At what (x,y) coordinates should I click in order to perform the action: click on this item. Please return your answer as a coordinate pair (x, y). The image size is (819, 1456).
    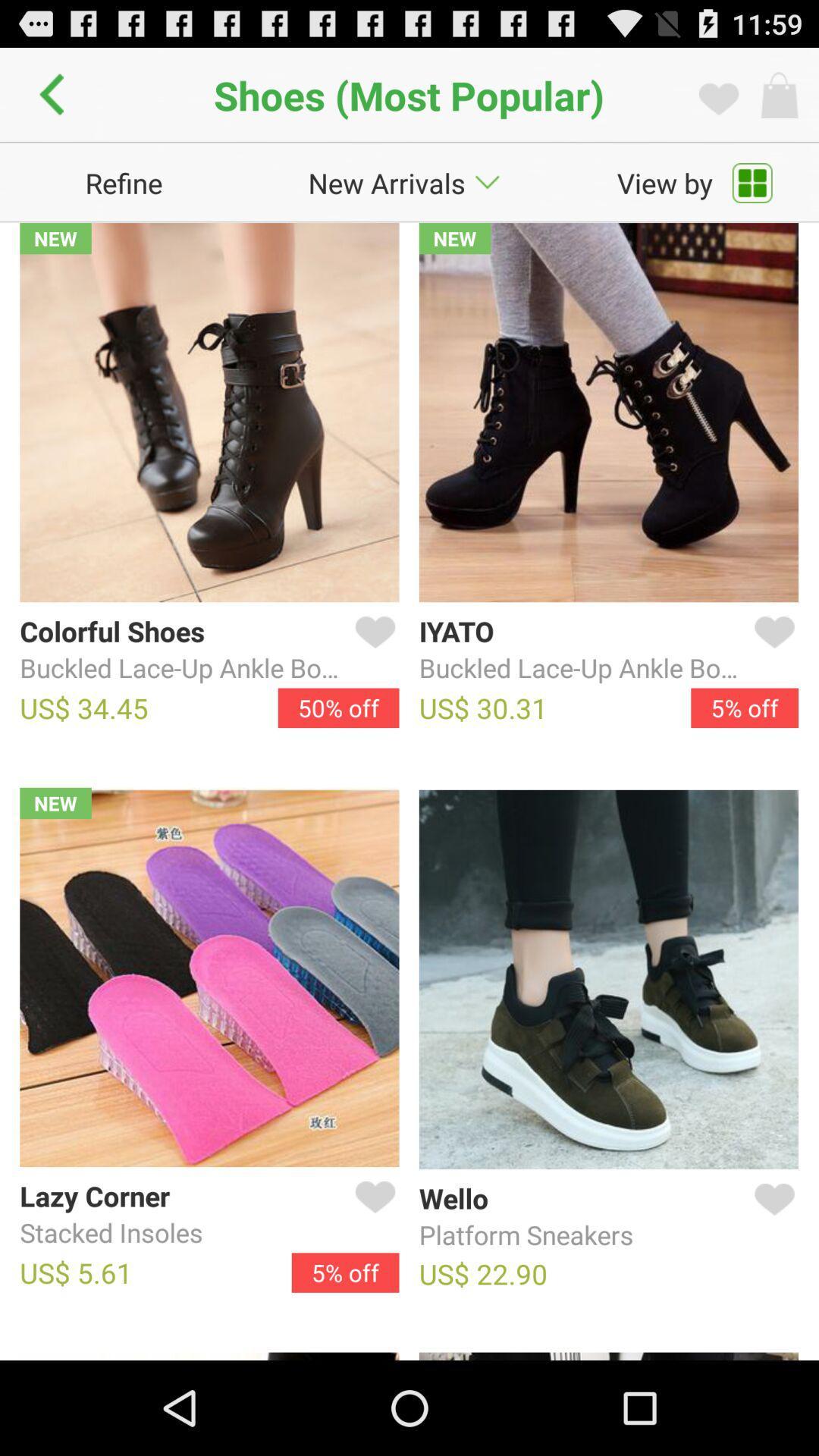
    Looking at the image, I should click on (771, 650).